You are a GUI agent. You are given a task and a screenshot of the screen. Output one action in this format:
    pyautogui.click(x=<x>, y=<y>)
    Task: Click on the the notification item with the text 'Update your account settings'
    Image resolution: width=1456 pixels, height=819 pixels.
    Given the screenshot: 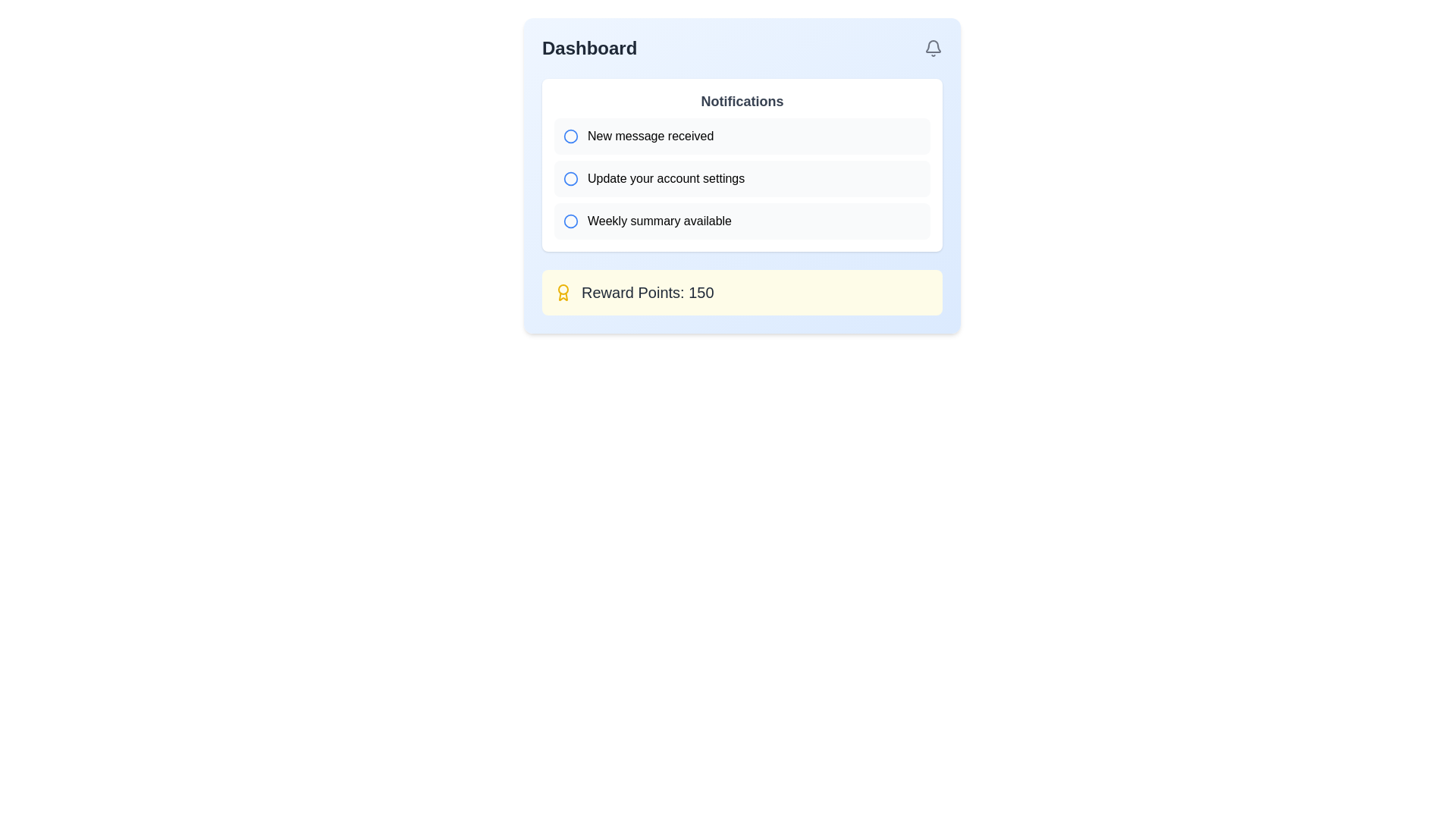 What is the action you would take?
    pyautogui.click(x=742, y=177)
    